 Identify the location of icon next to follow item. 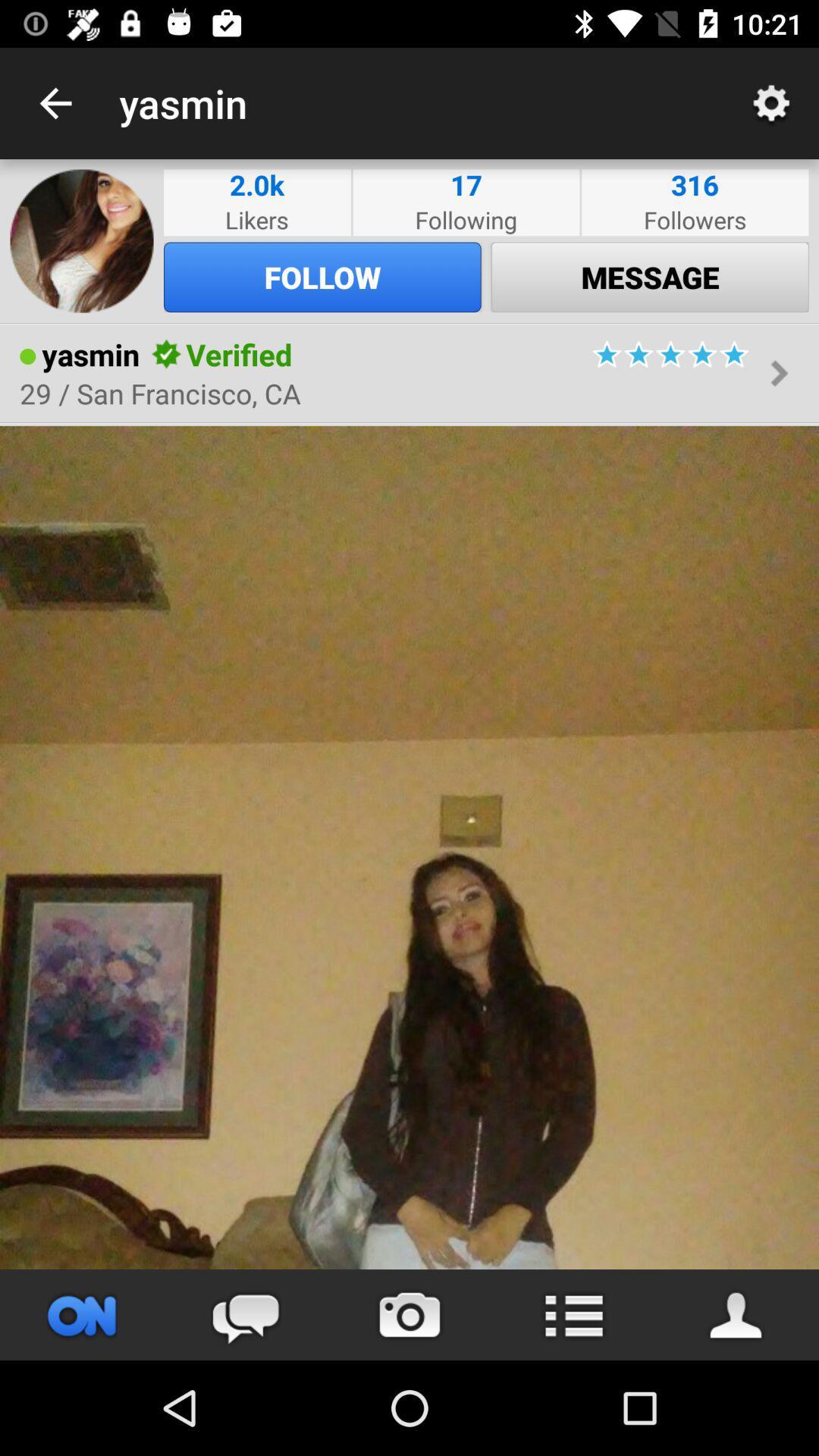
(82, 240).